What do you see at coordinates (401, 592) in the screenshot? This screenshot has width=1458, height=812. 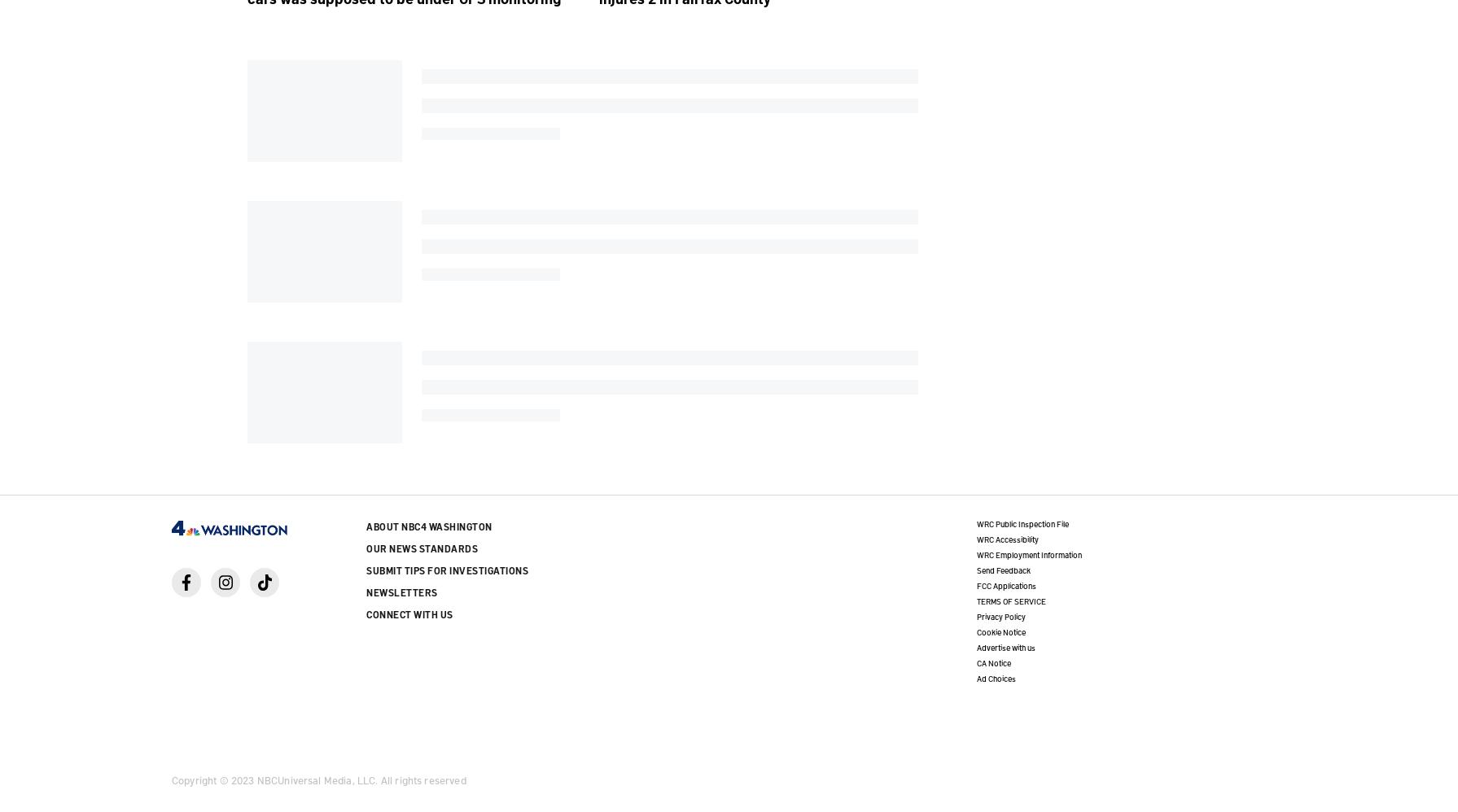 I see `'Newsletters'` at bounding box center [401, 592].